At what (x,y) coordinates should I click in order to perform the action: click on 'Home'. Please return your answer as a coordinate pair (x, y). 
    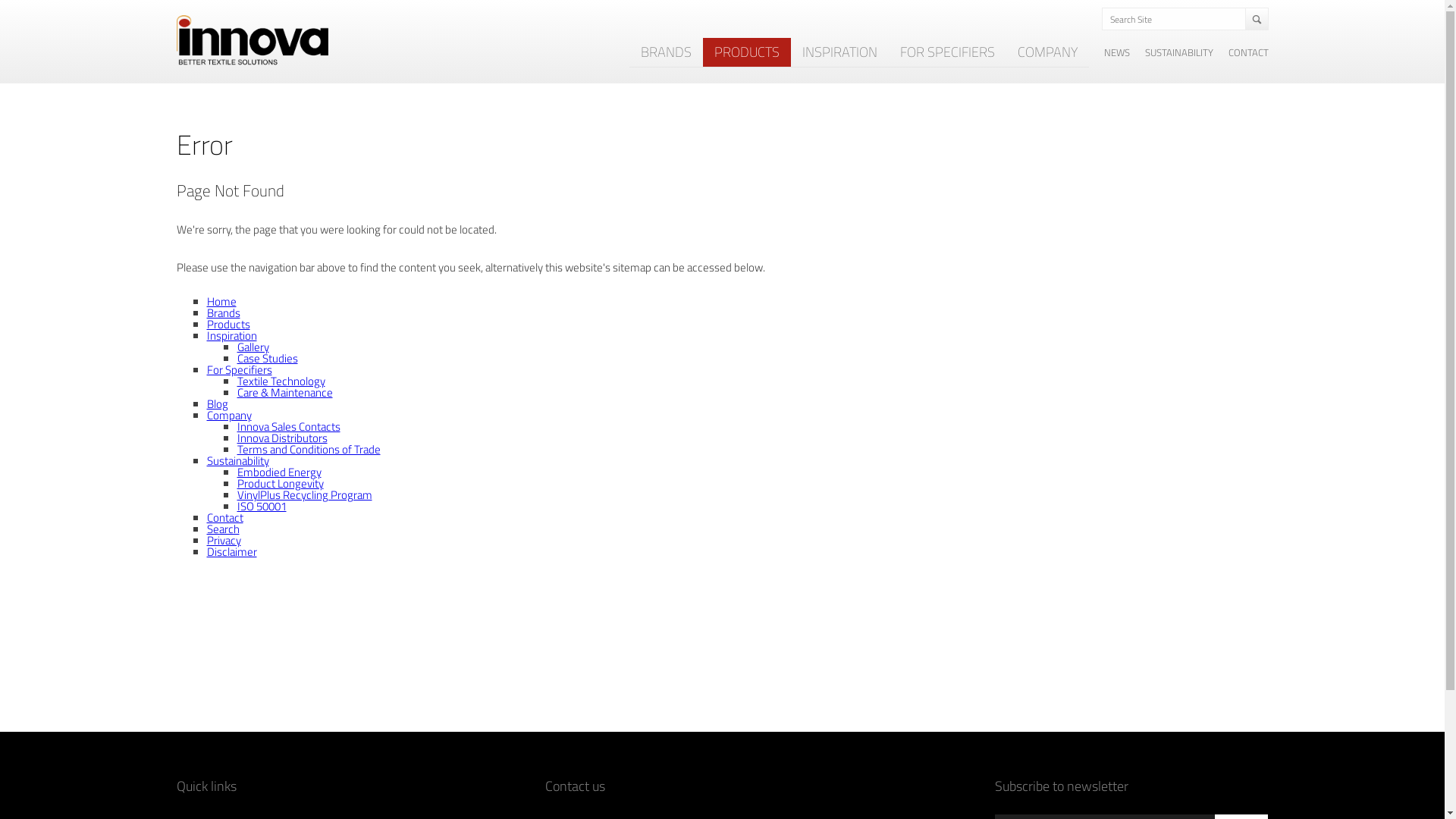
    Looking at the image, I should click on (220, 301).